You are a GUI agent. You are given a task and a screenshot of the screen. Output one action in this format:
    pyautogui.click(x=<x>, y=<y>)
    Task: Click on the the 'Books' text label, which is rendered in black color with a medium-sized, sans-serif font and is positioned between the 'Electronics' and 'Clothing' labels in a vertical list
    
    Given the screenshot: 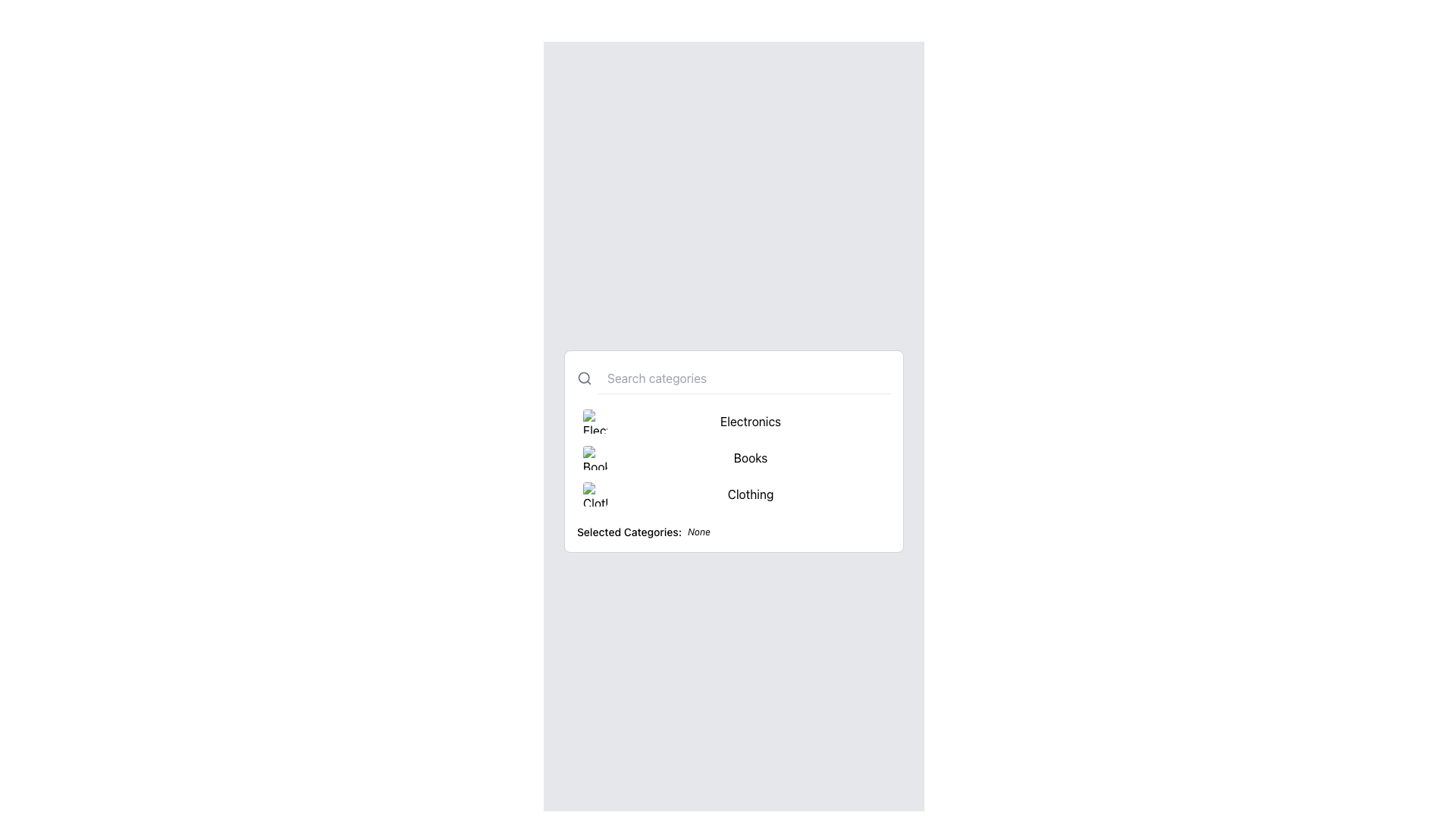 What is the action you would take?
    pyautogui.click(x=734, y=450)
    